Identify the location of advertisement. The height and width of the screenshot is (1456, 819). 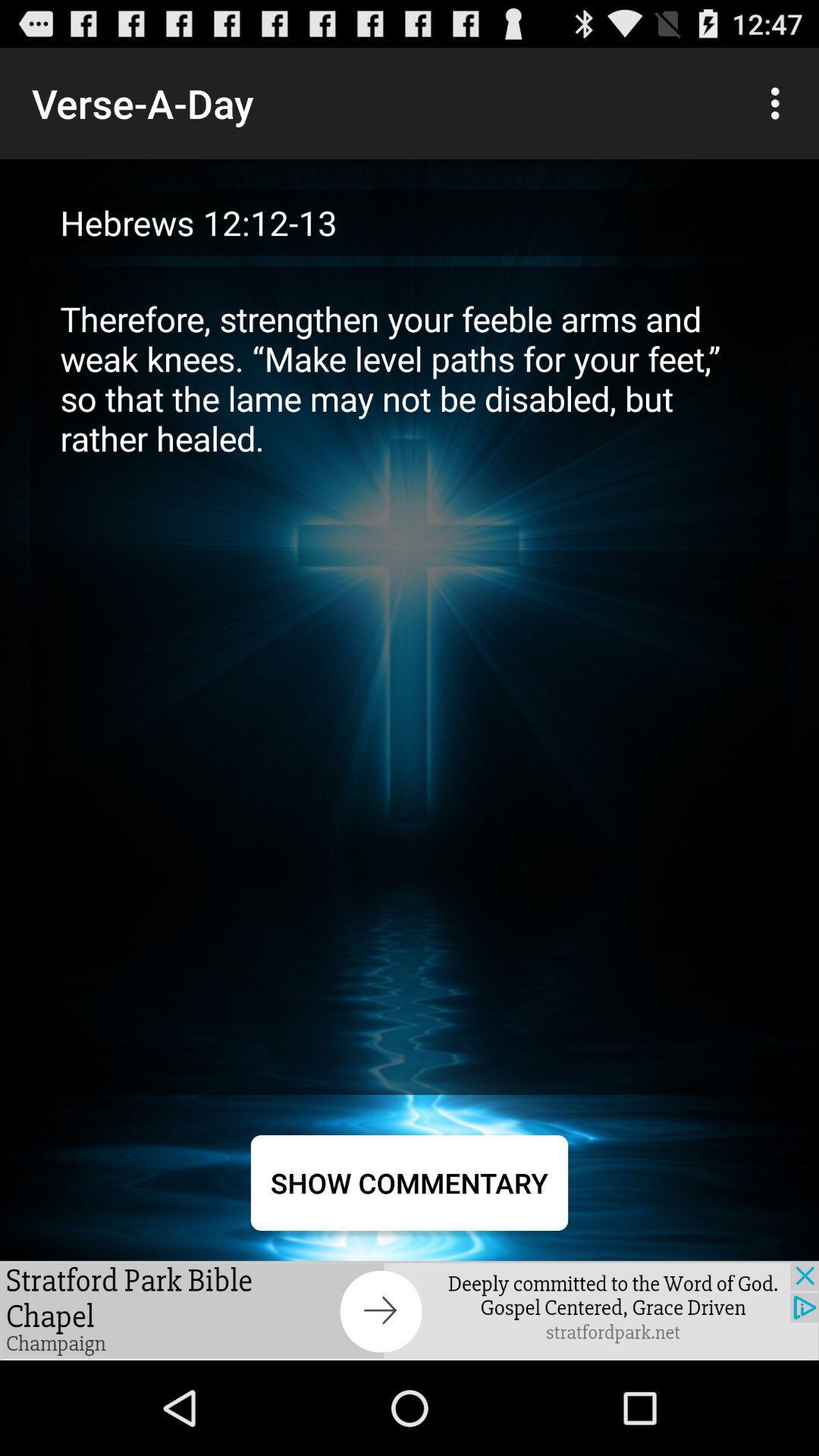
(409, 1310).